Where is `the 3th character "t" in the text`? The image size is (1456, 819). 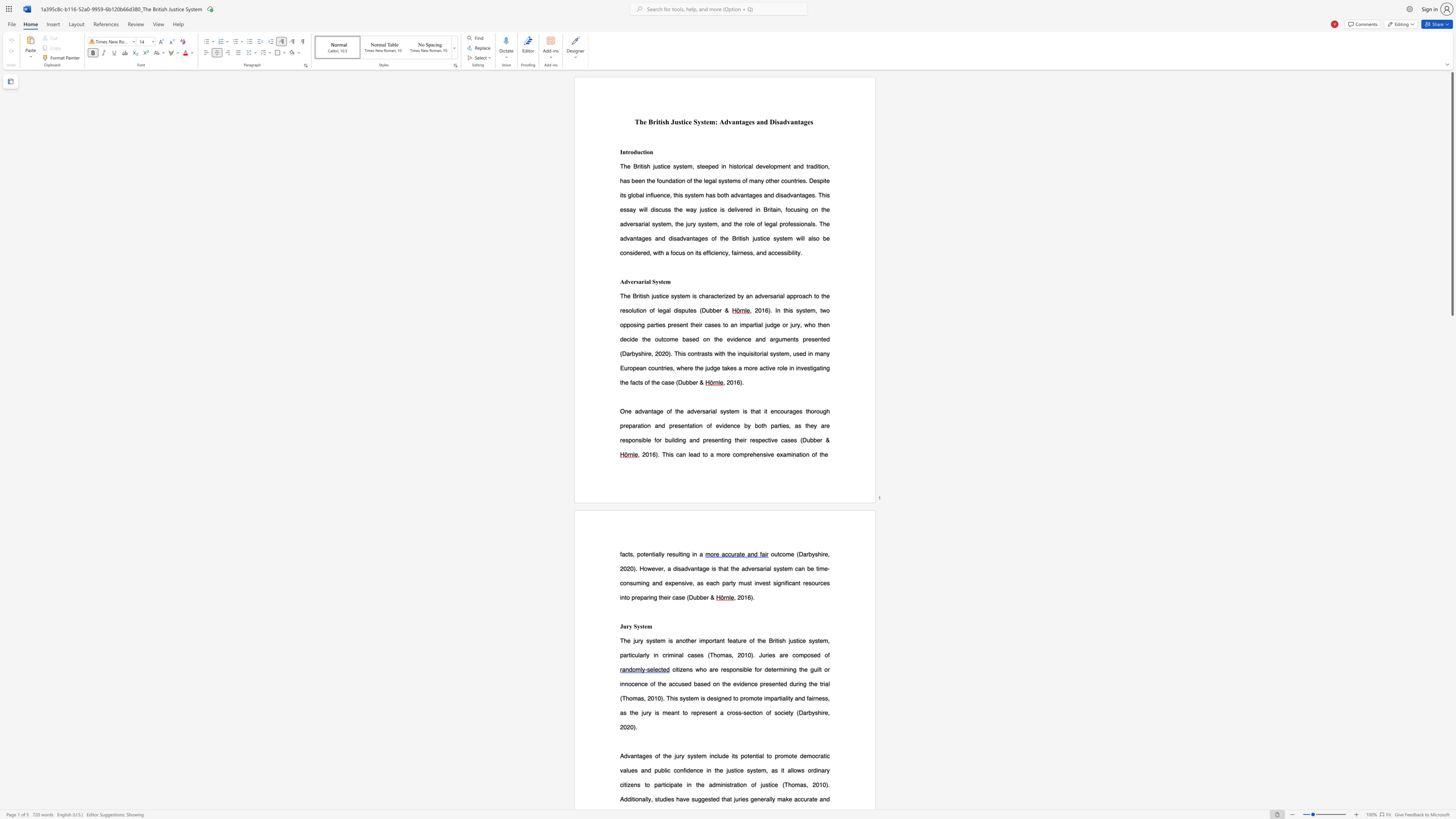
the 3th character "t" in the text is located at coordinates (821, 309).